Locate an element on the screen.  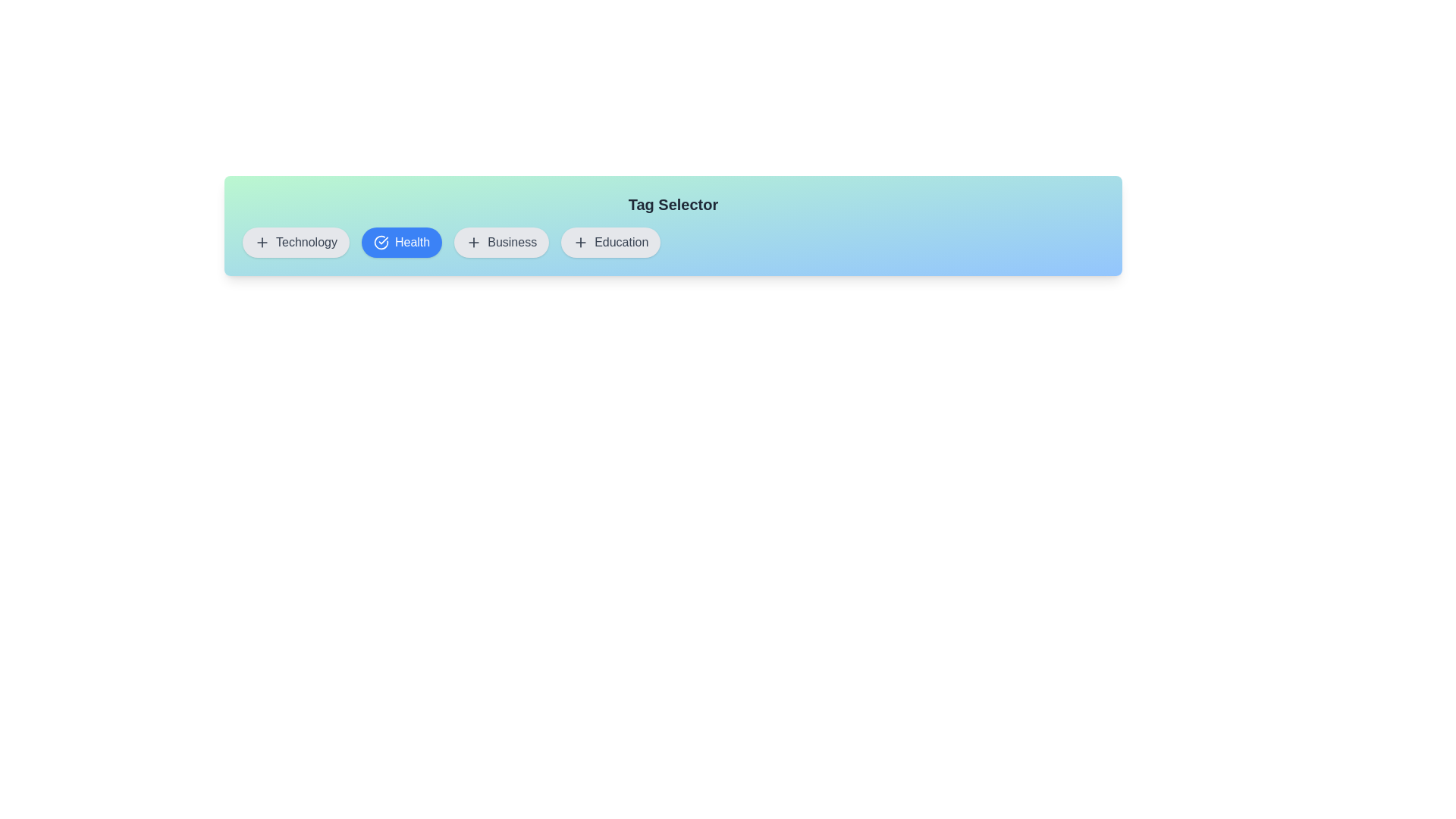
the tag Health by clicking on it is located at coordinates (401, 242).